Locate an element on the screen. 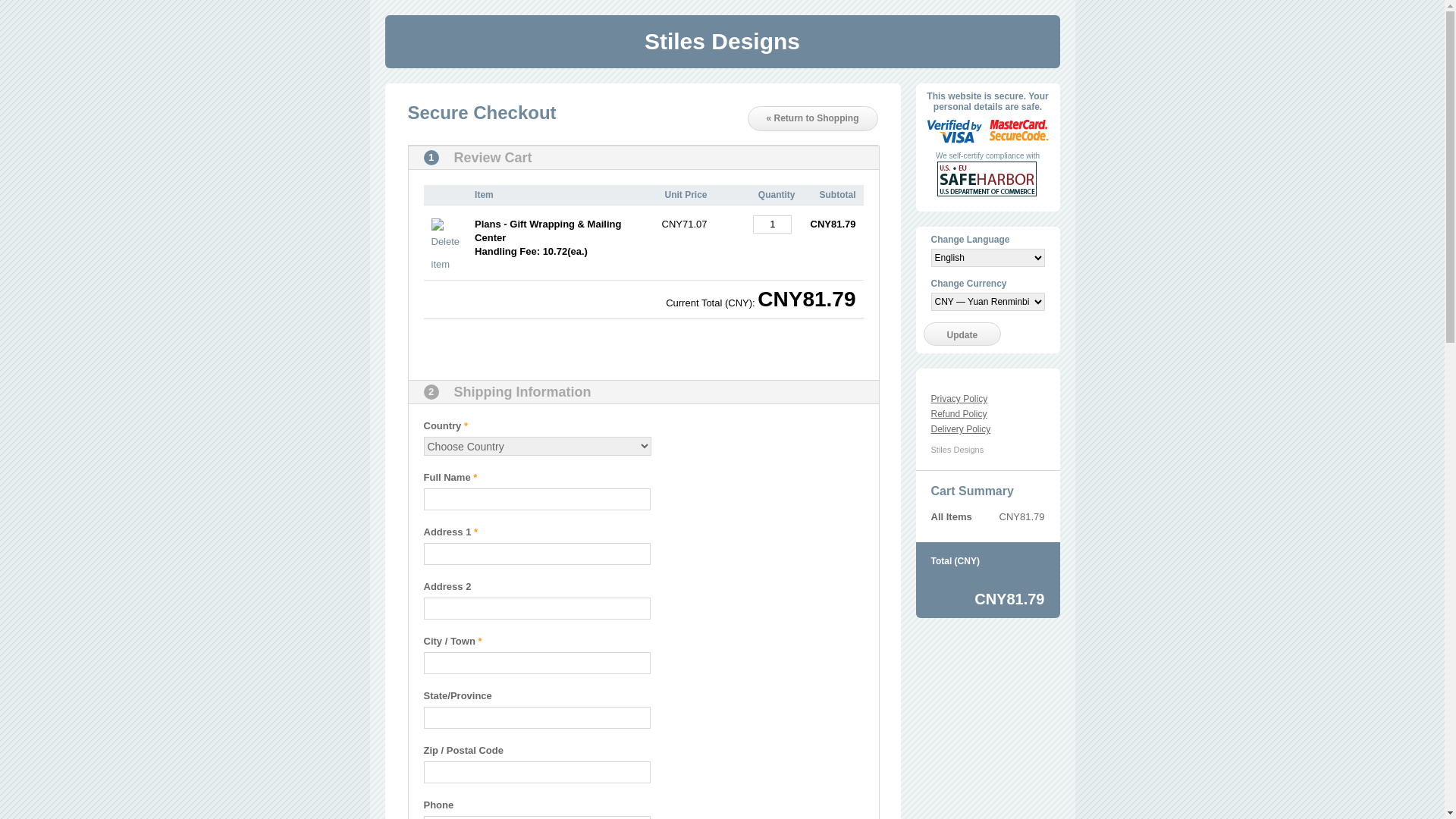 The height and width of the screenshot is (819, 1456). 'We self-certify compliance with' is located at coordinates (987, 155).